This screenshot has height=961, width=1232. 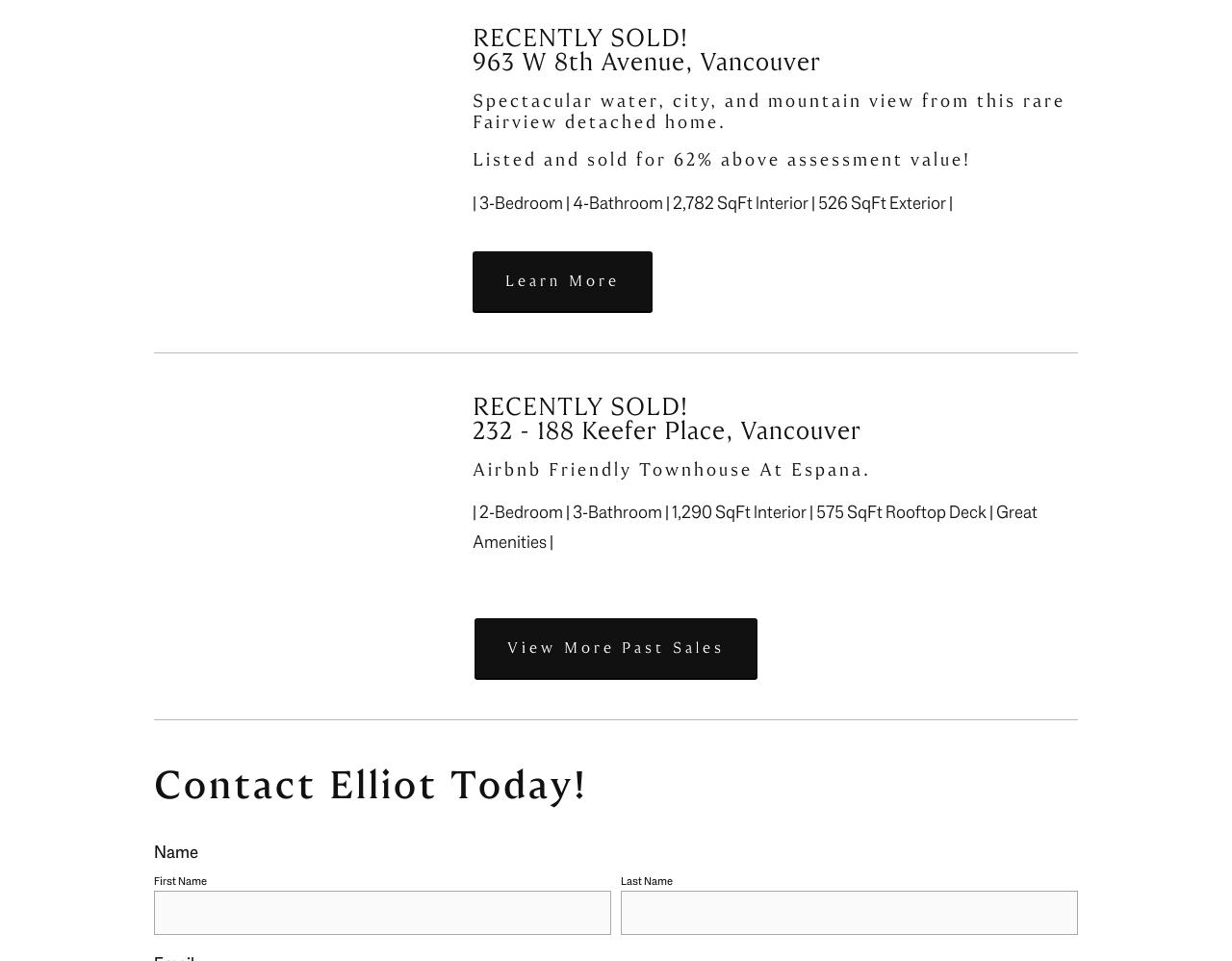 I want to click on 'Spectacular water, city, and mountain view from this rare Fairview detached home.', so click(x=772, y=111).